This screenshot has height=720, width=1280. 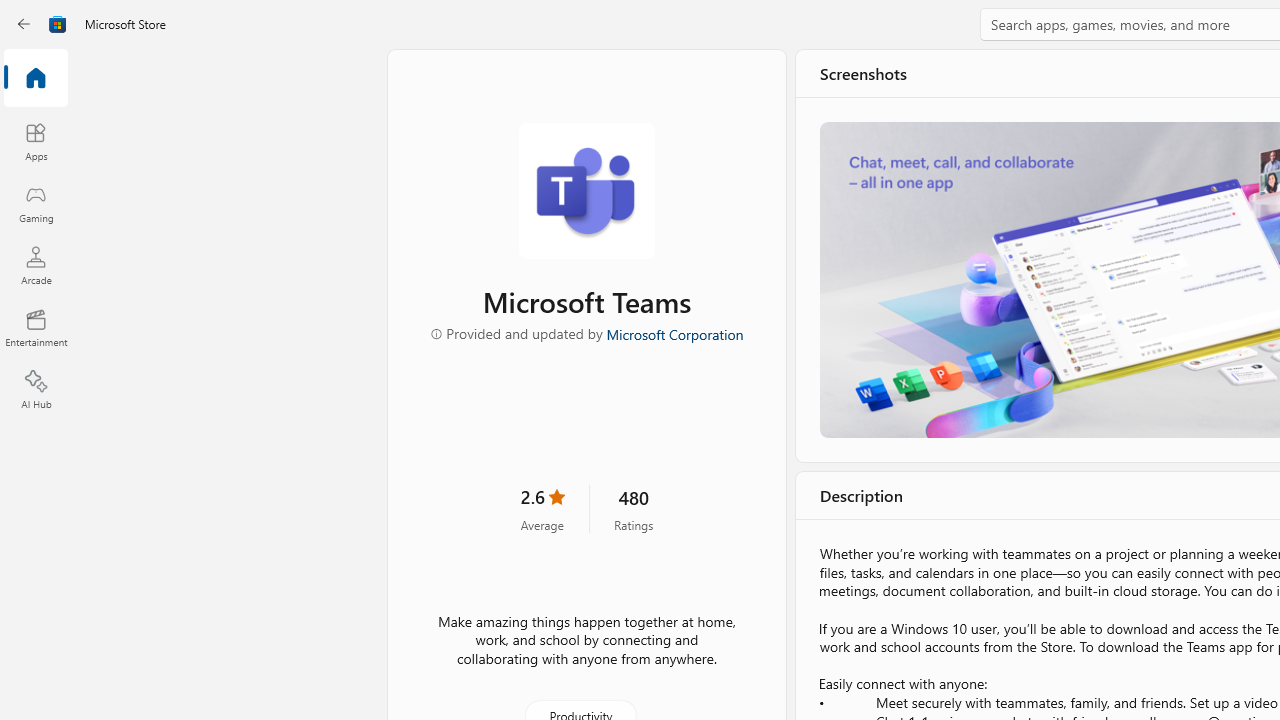 What do you see at coordinates (673, 332) in the screenshot?
I see `'Microsoft Corporation'` at bounding box center [673, 332].